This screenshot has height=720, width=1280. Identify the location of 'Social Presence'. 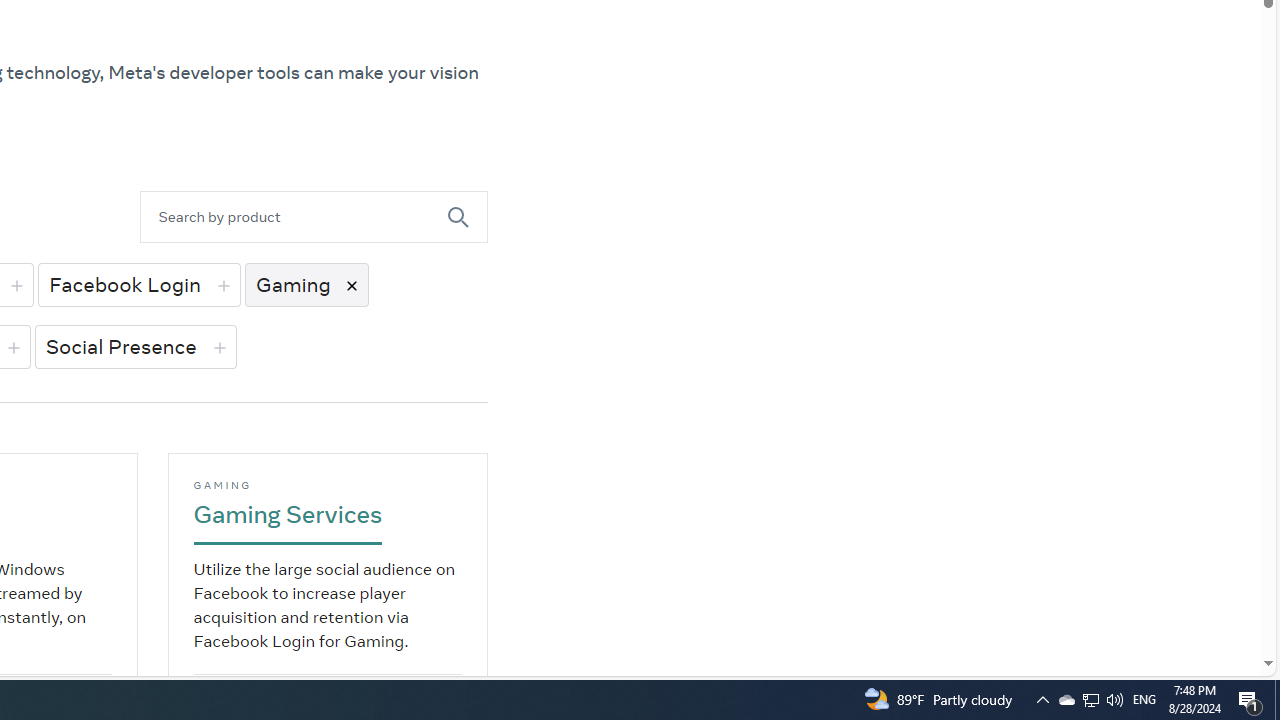
(134, 345).